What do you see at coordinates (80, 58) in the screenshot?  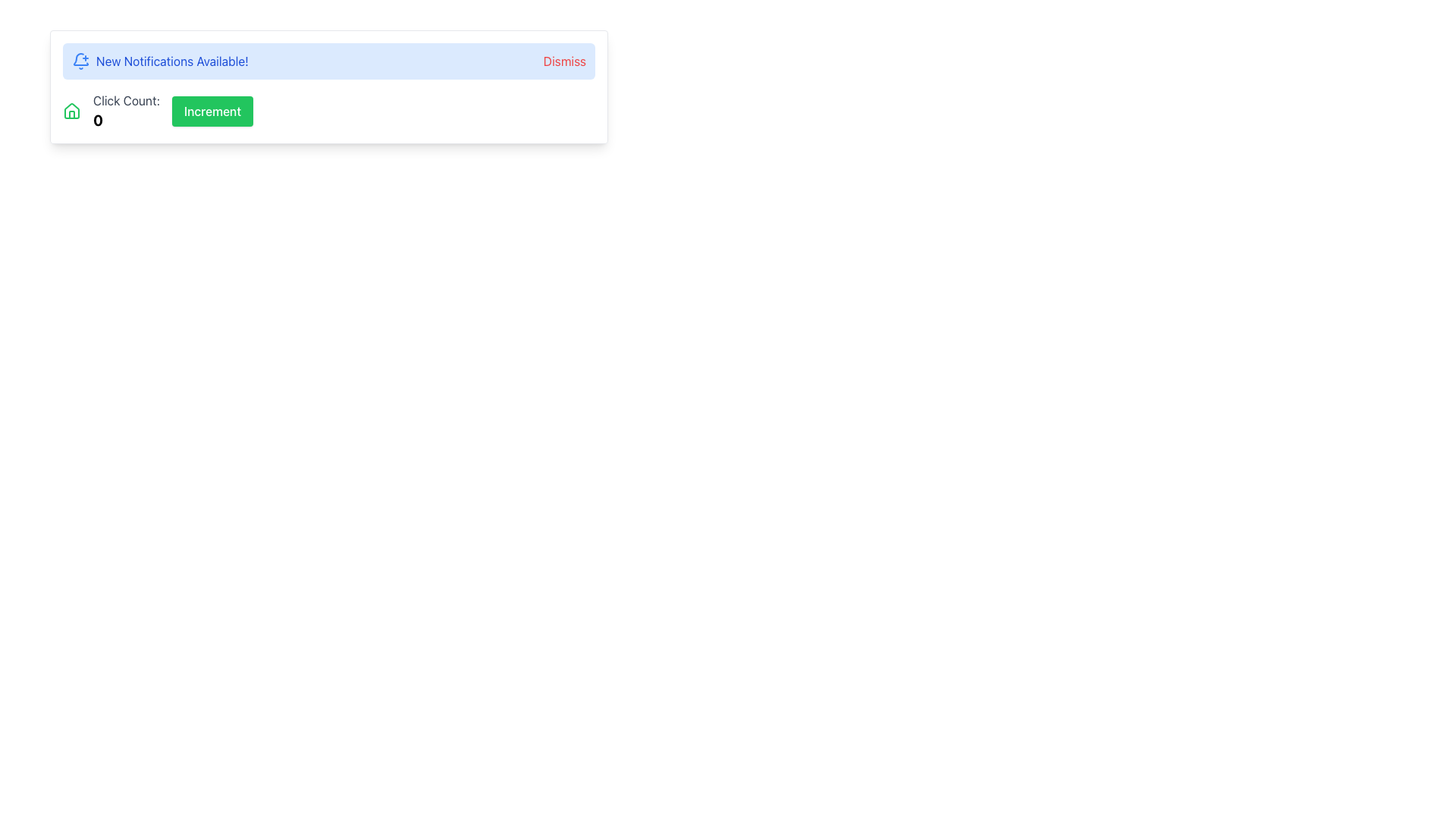 I see `the blue bell icon with a '+' symbol in the notifications section` at bounding box center [80, 58].